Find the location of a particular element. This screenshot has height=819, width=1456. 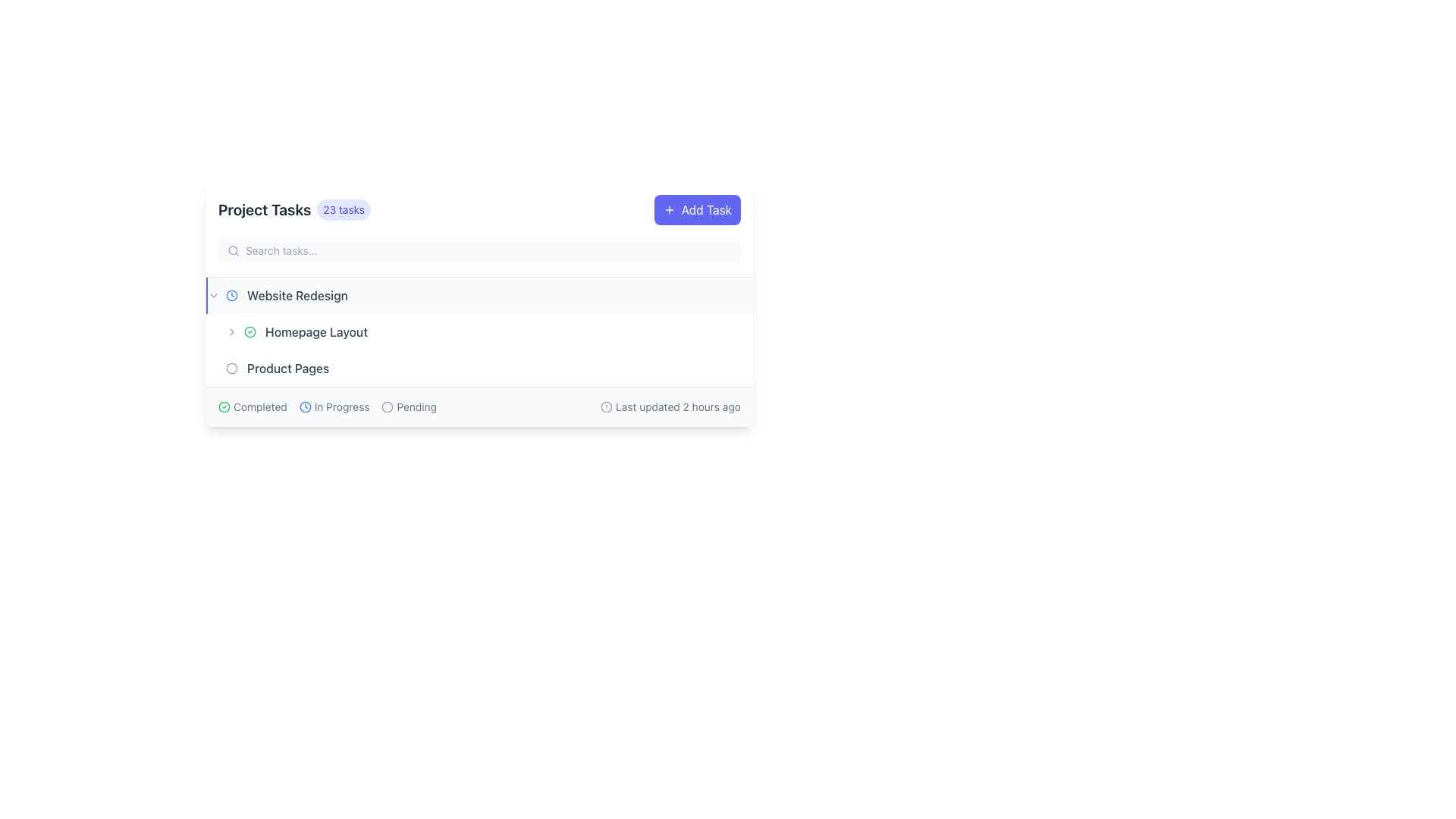

the second task entry in the project management interface to get more details about the task is located at coordinates (479, 331).